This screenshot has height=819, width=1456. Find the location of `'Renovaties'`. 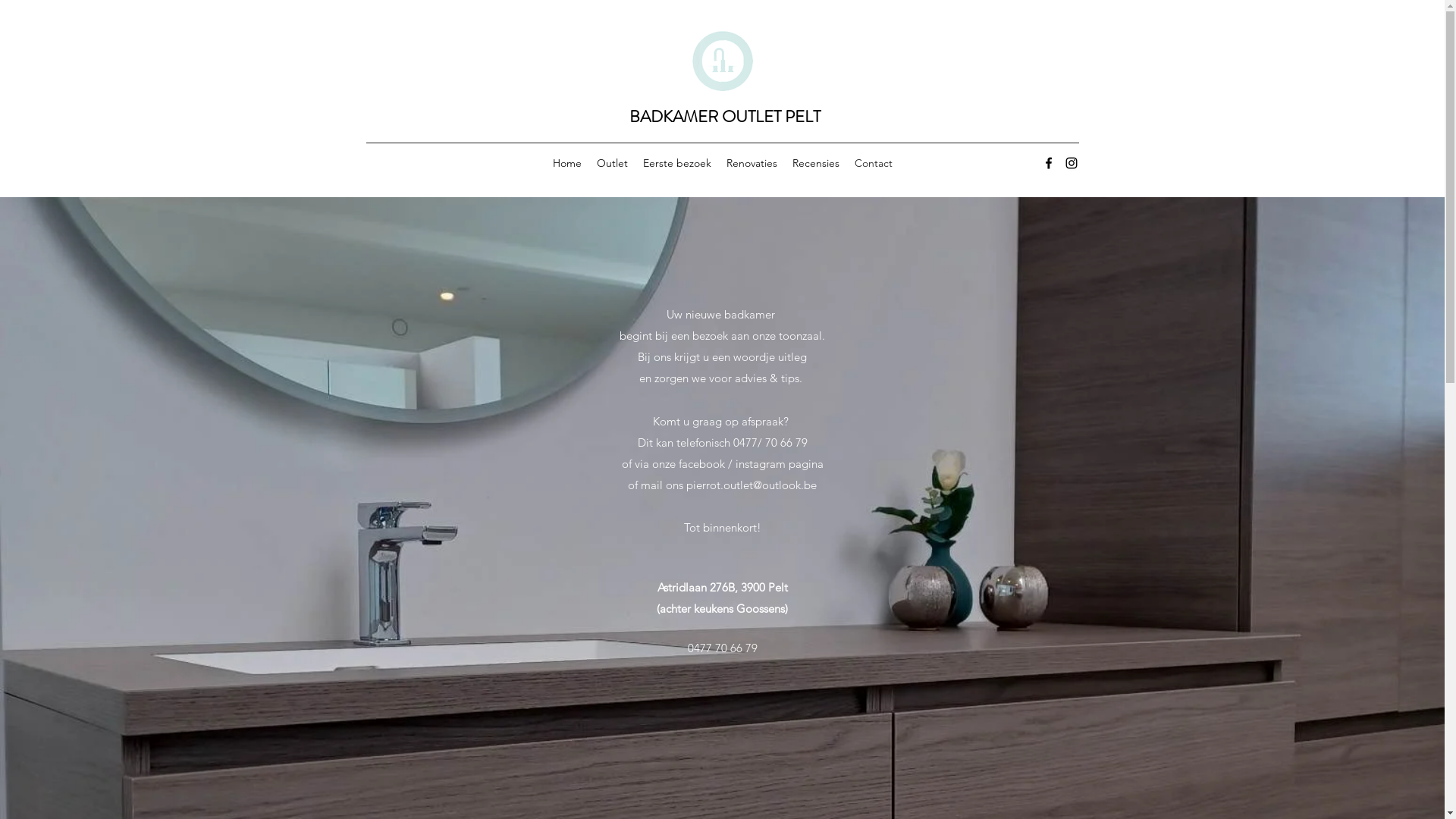

'Renovaties' is located at coordinates (752, 163).